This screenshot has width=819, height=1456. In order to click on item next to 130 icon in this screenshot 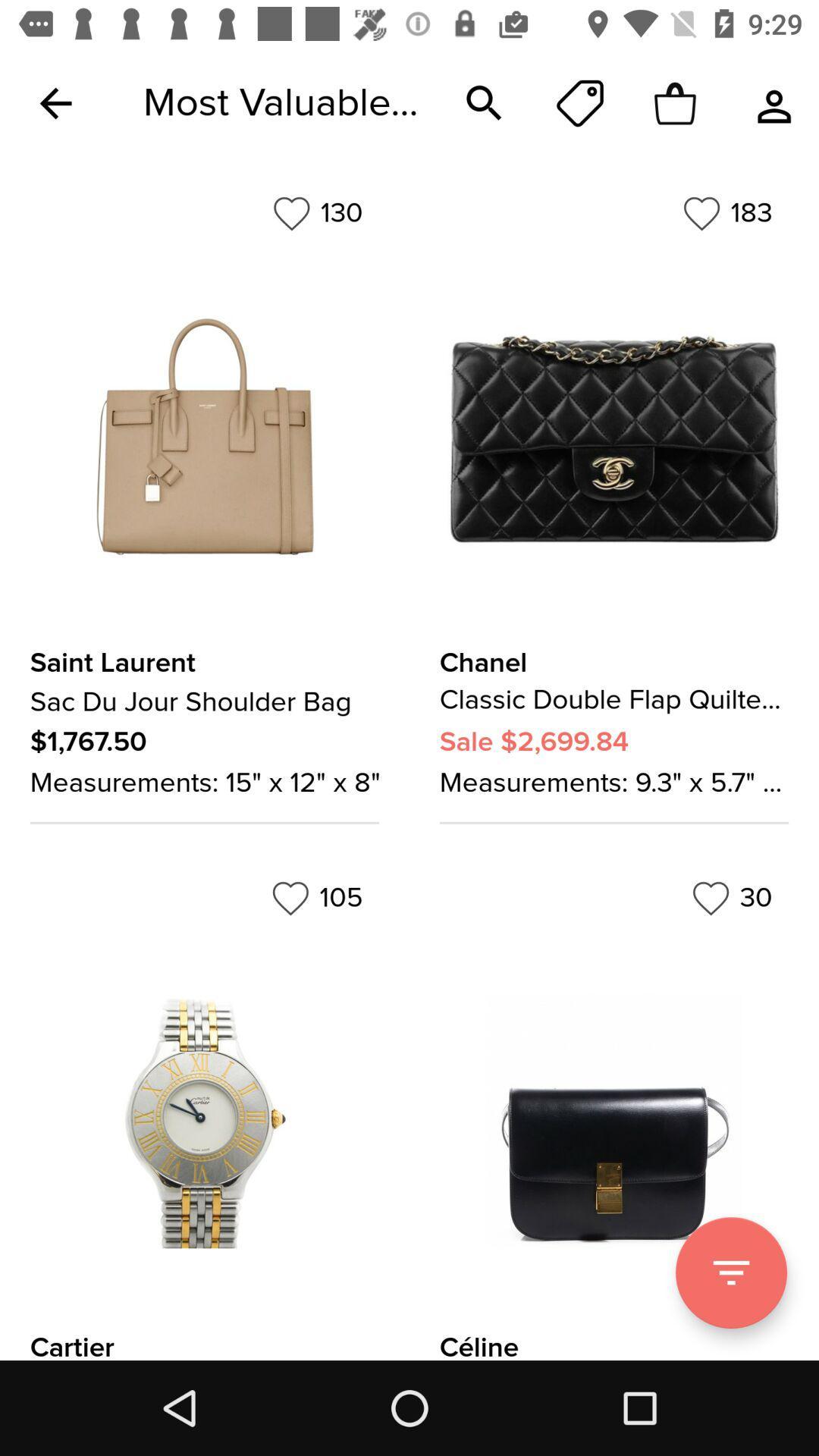, I will do `click(726, 212)`.